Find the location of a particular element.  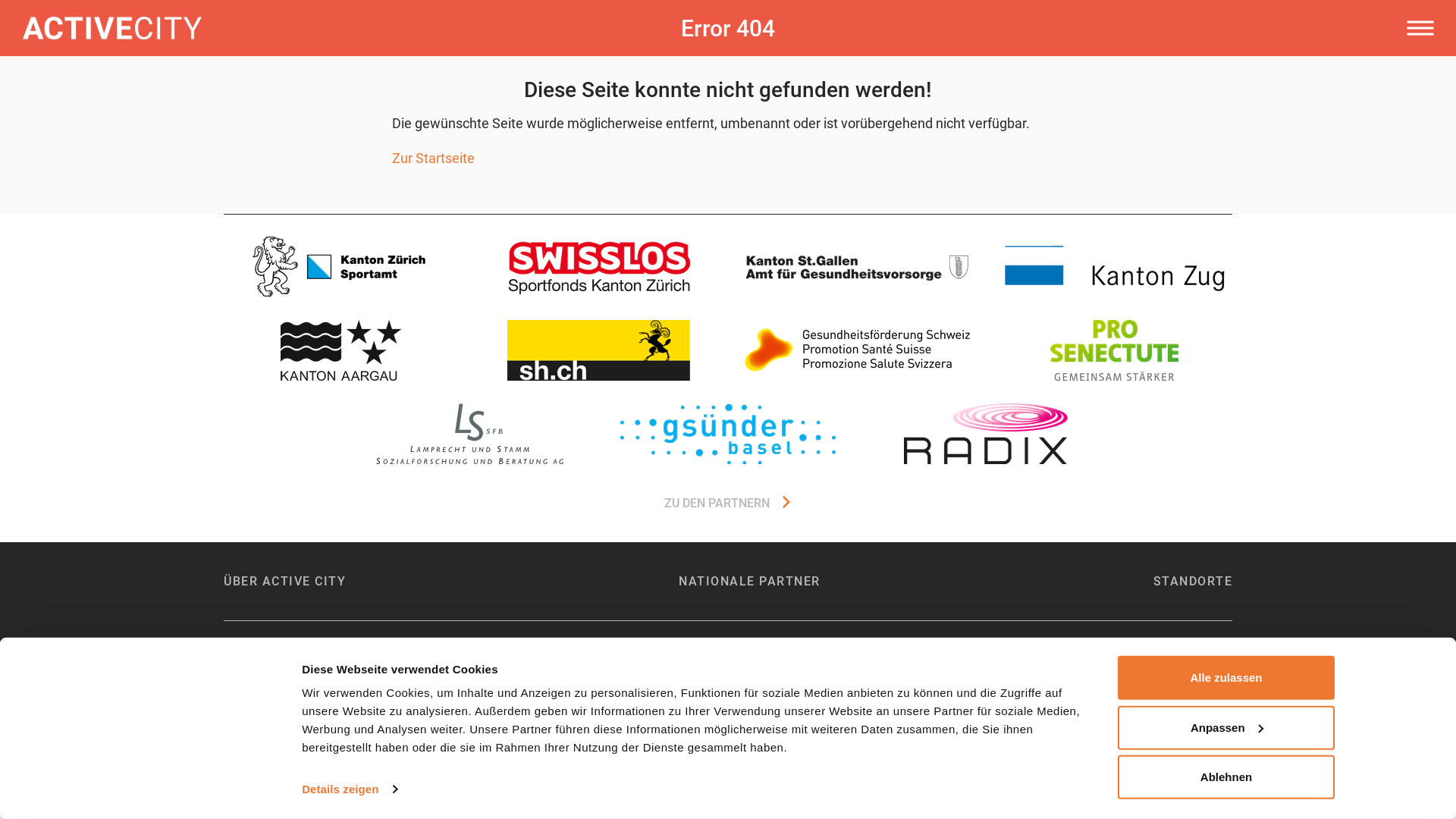

'Lamprecht & Stamm' is located at coordinates (469, 433).